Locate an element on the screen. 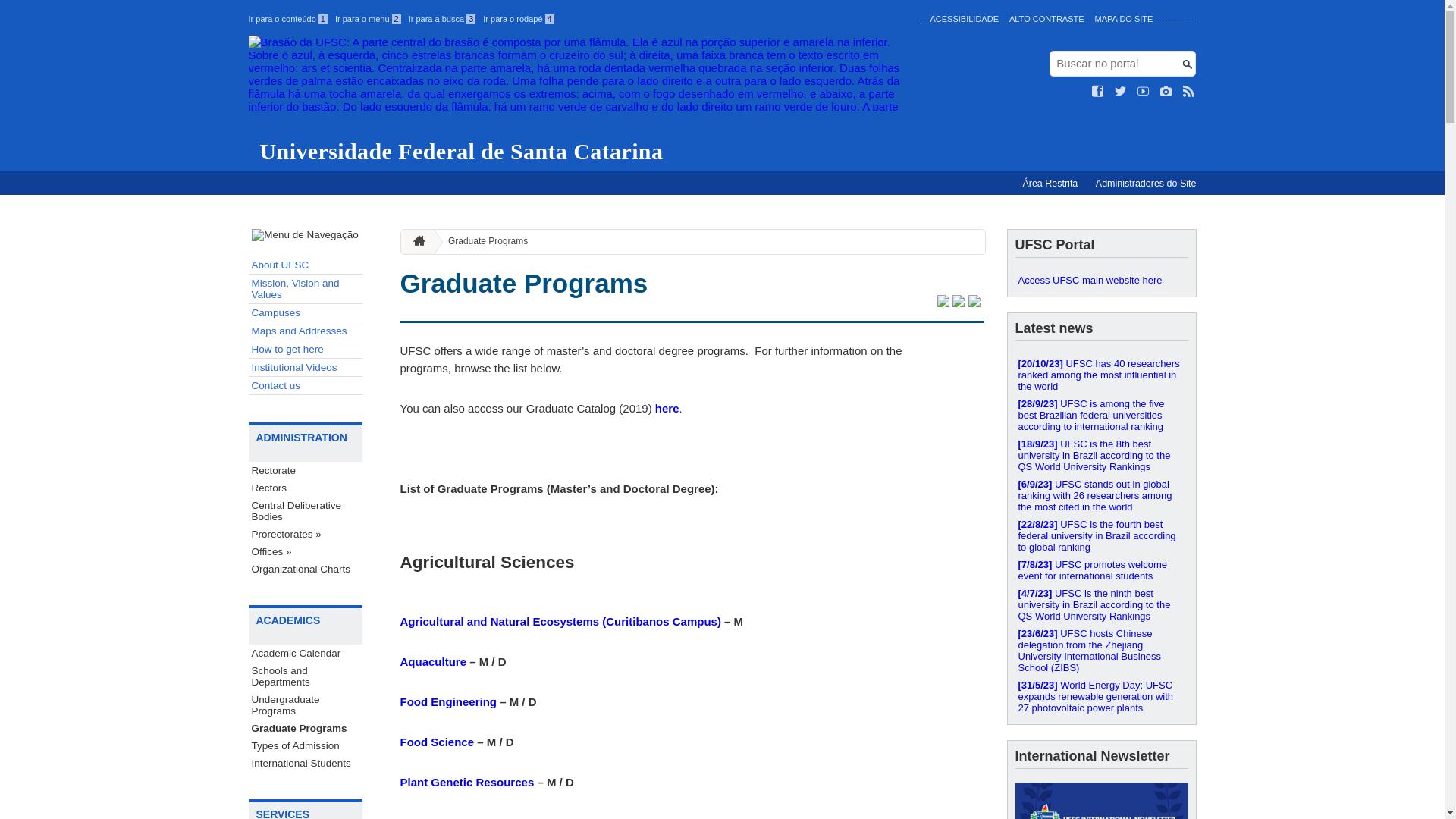  'Administradores do Site' is located at coordinates (1146, 183).